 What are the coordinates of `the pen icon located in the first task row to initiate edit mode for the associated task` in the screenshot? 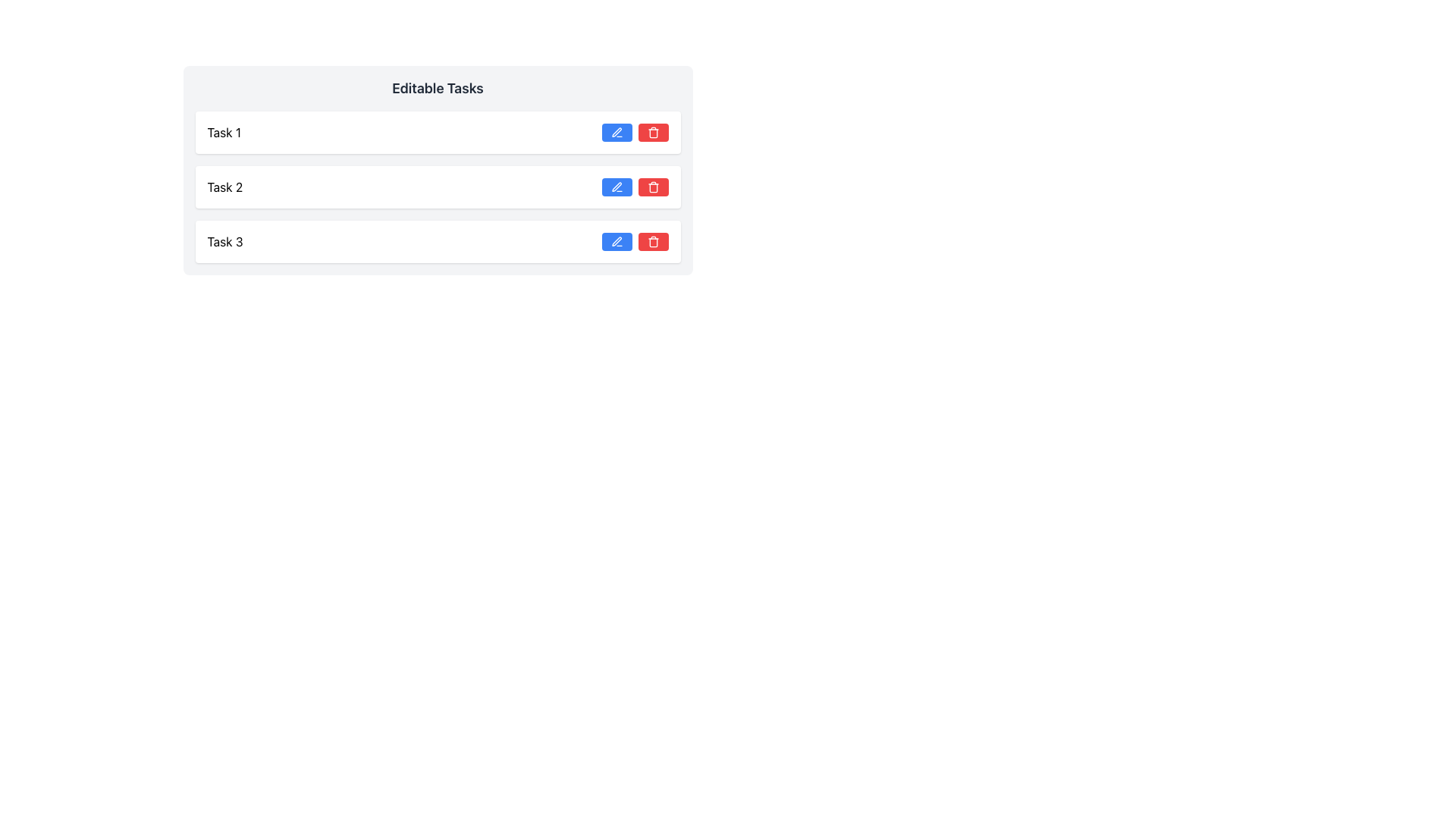 It's located at (617, 131).